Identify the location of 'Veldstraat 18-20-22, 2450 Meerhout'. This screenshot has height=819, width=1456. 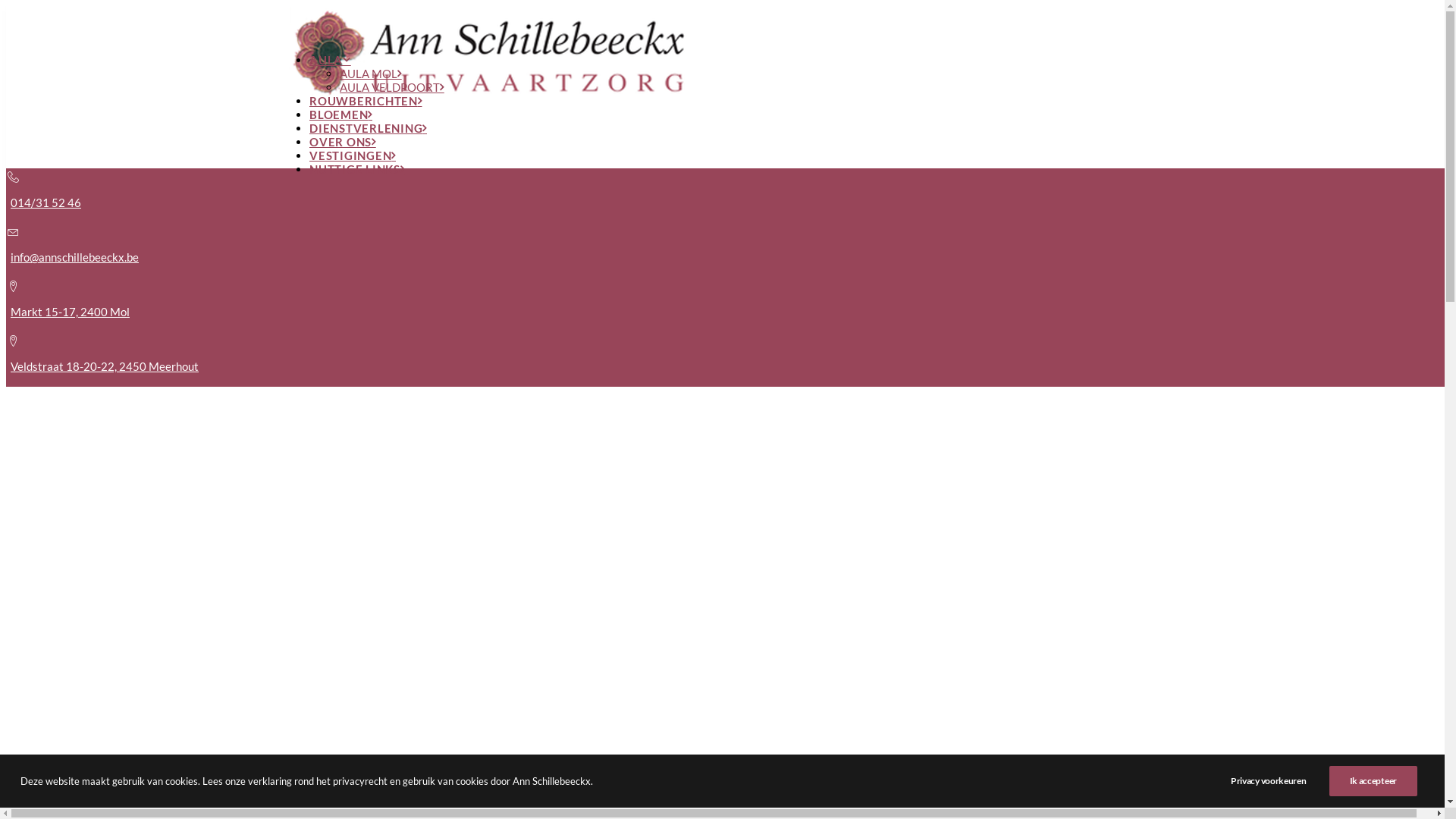
(104, 366).